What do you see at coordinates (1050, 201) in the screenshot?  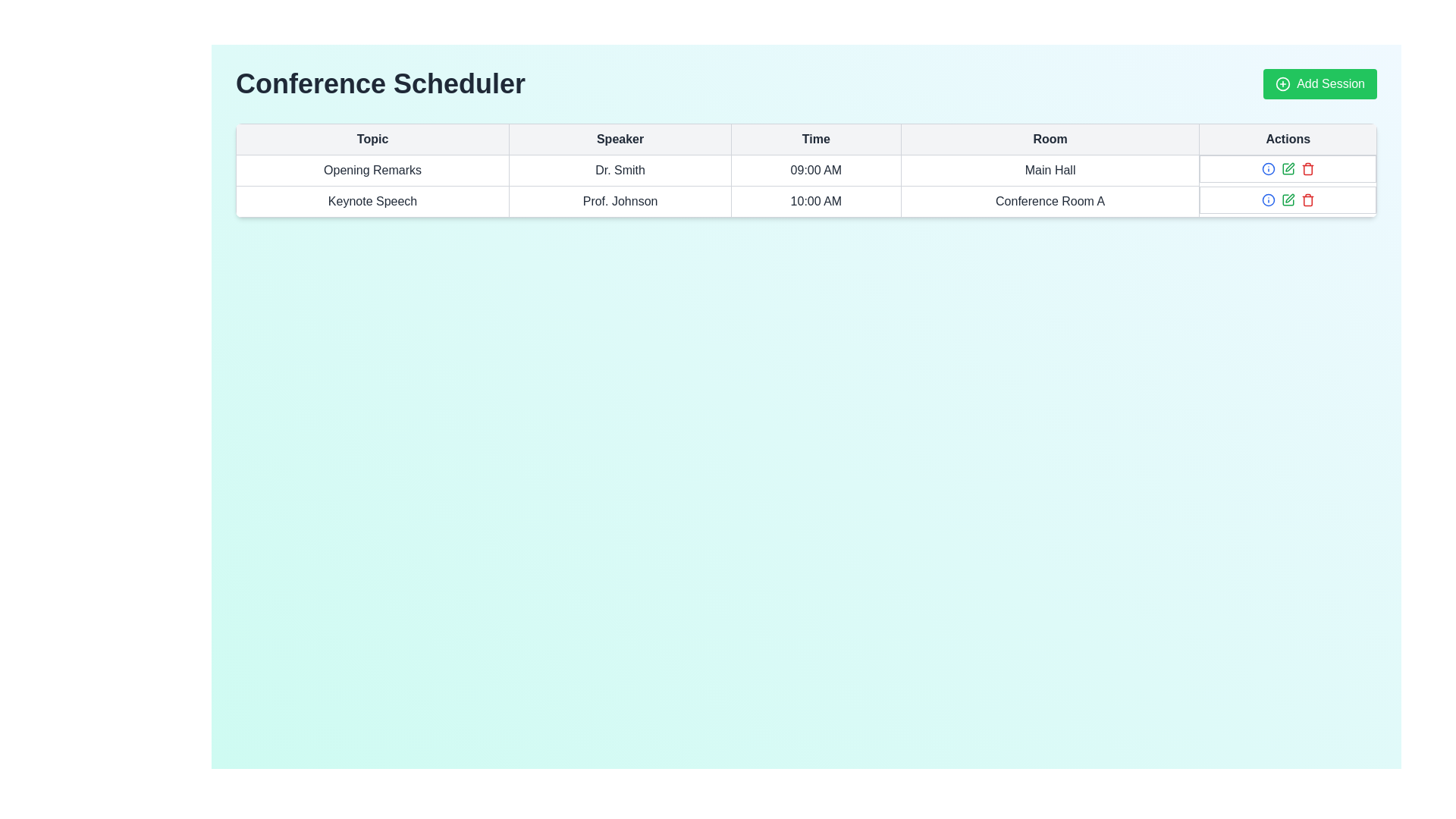 I see `the text cell displaying 'Conference Room A', which is located in the second row of a table under the 'Room' column` at bounding box center [1050, 201].